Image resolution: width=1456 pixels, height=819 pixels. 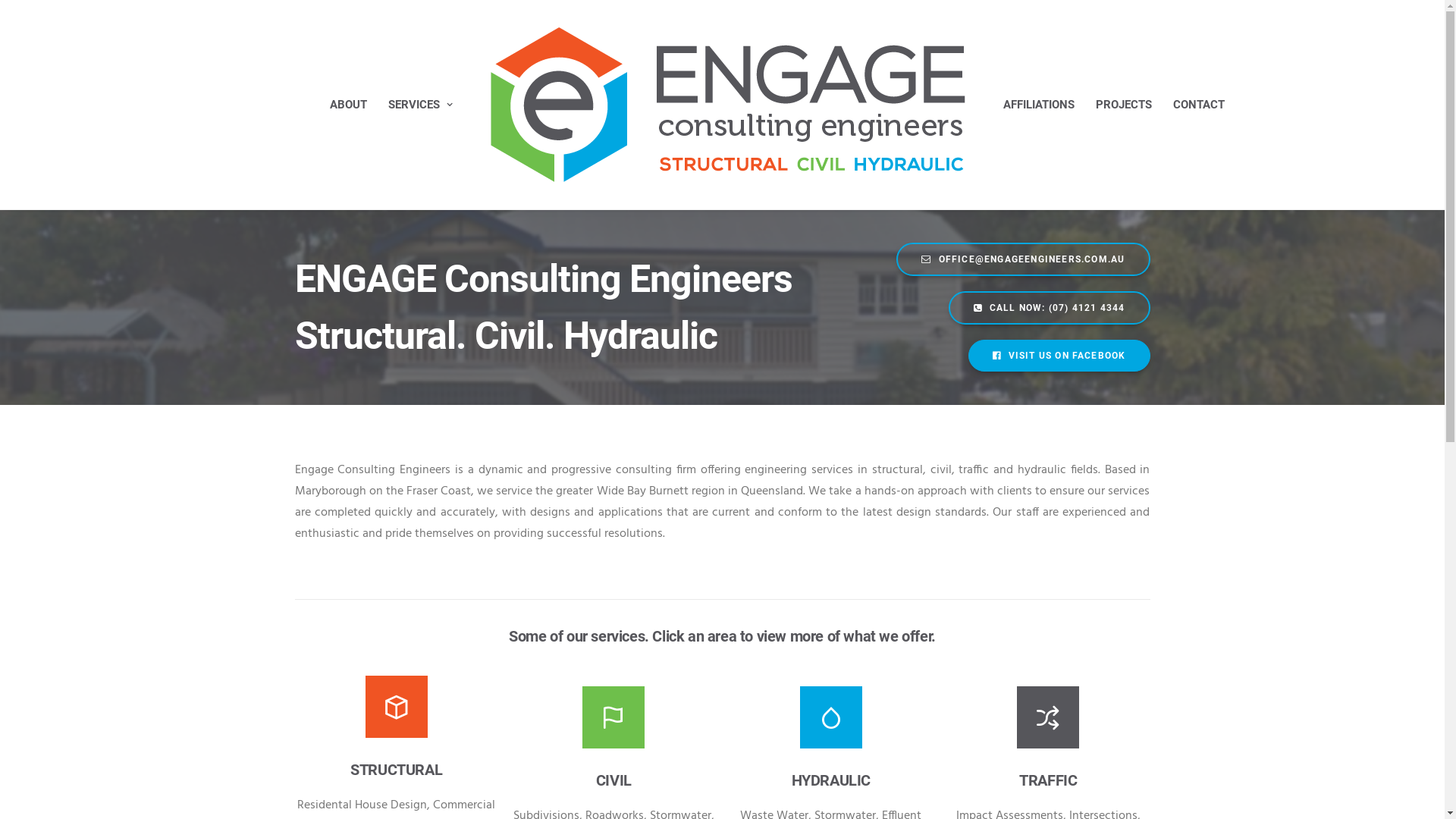 What do you see at coordinates (613, 717) in the screenshot?
I see `'Civil'` at bounding box center [613, 717].